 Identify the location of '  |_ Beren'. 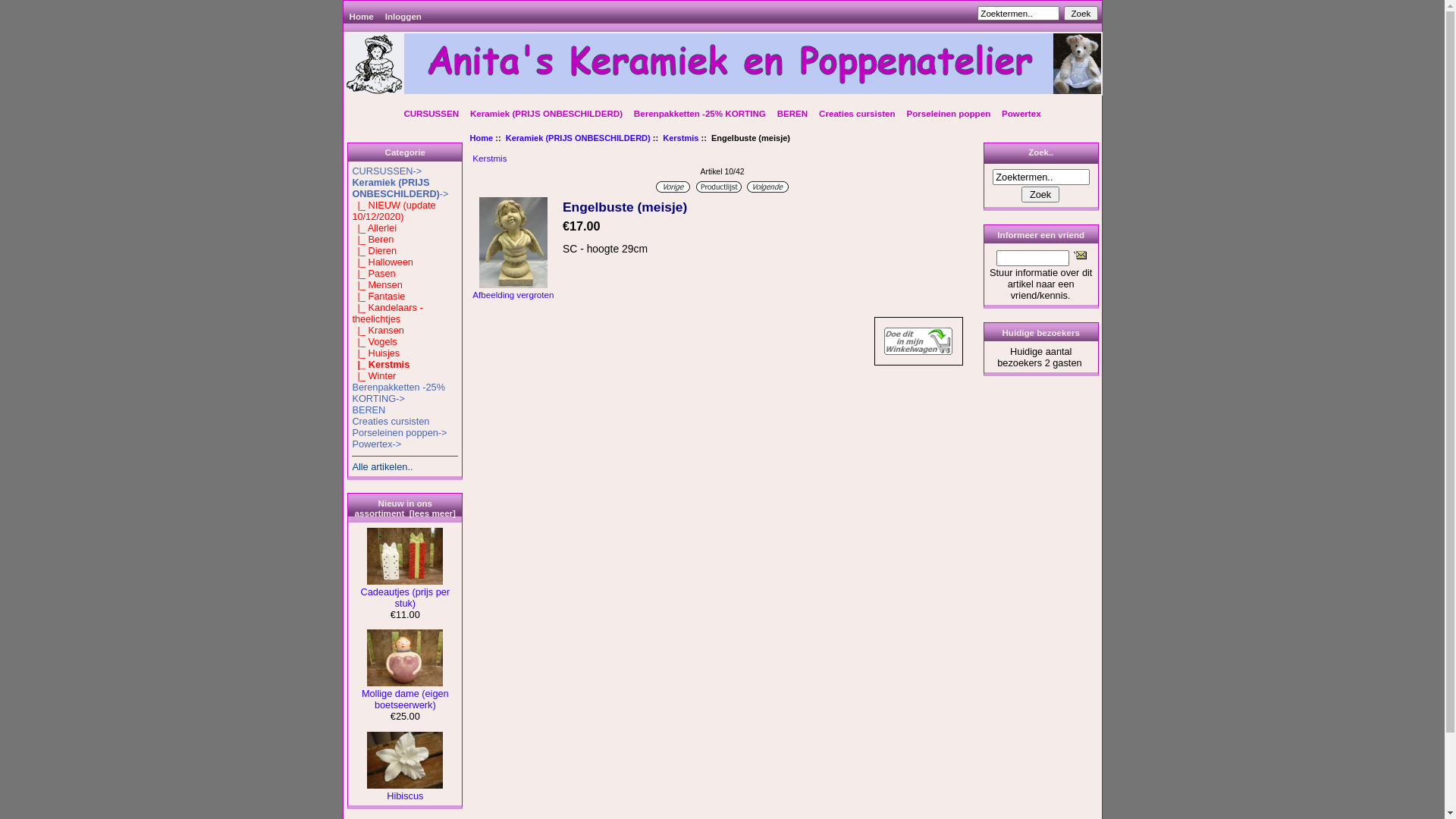
(372, 239).